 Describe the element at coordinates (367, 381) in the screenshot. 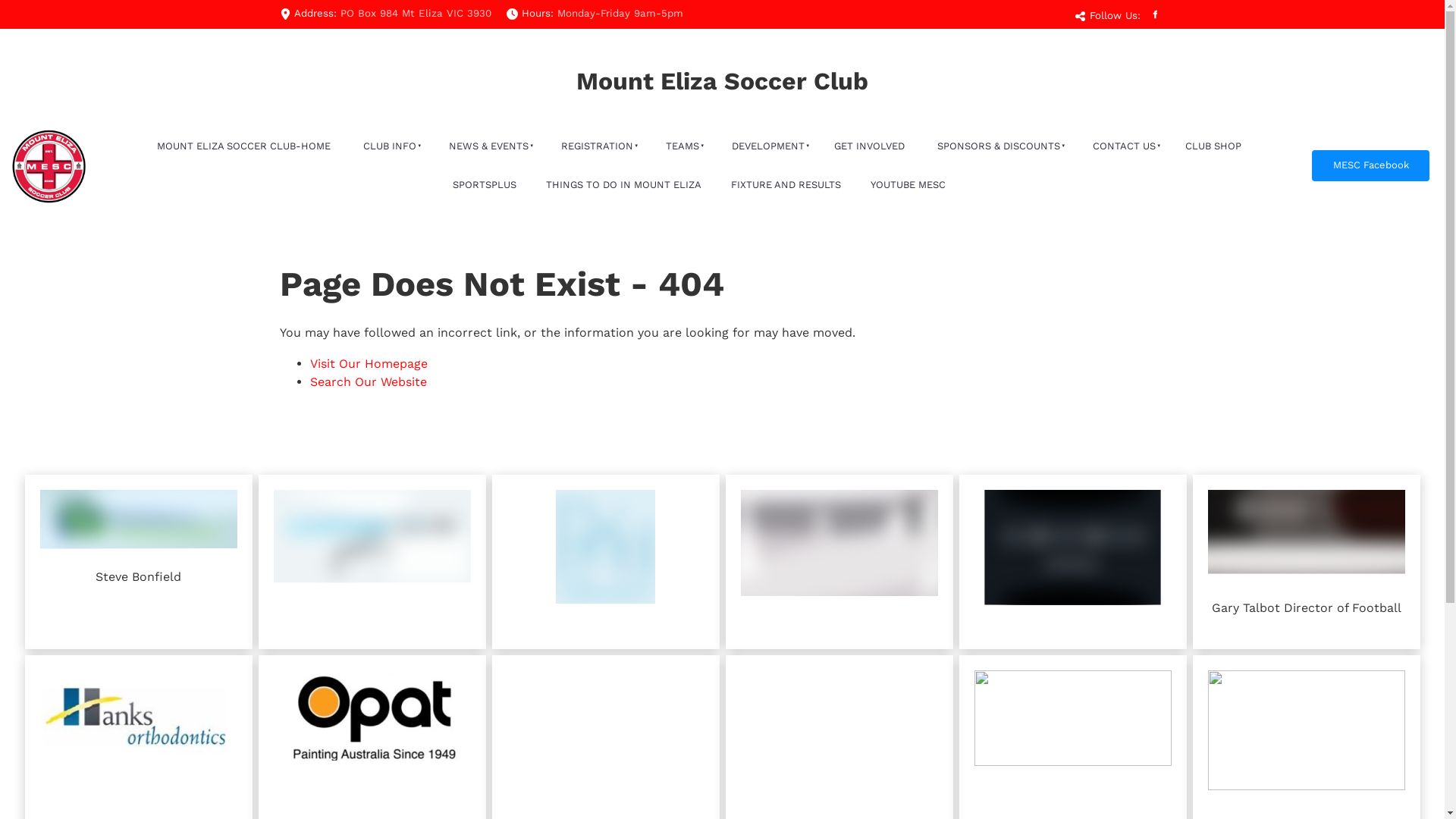

I see `'Search Our Website'` at that location.